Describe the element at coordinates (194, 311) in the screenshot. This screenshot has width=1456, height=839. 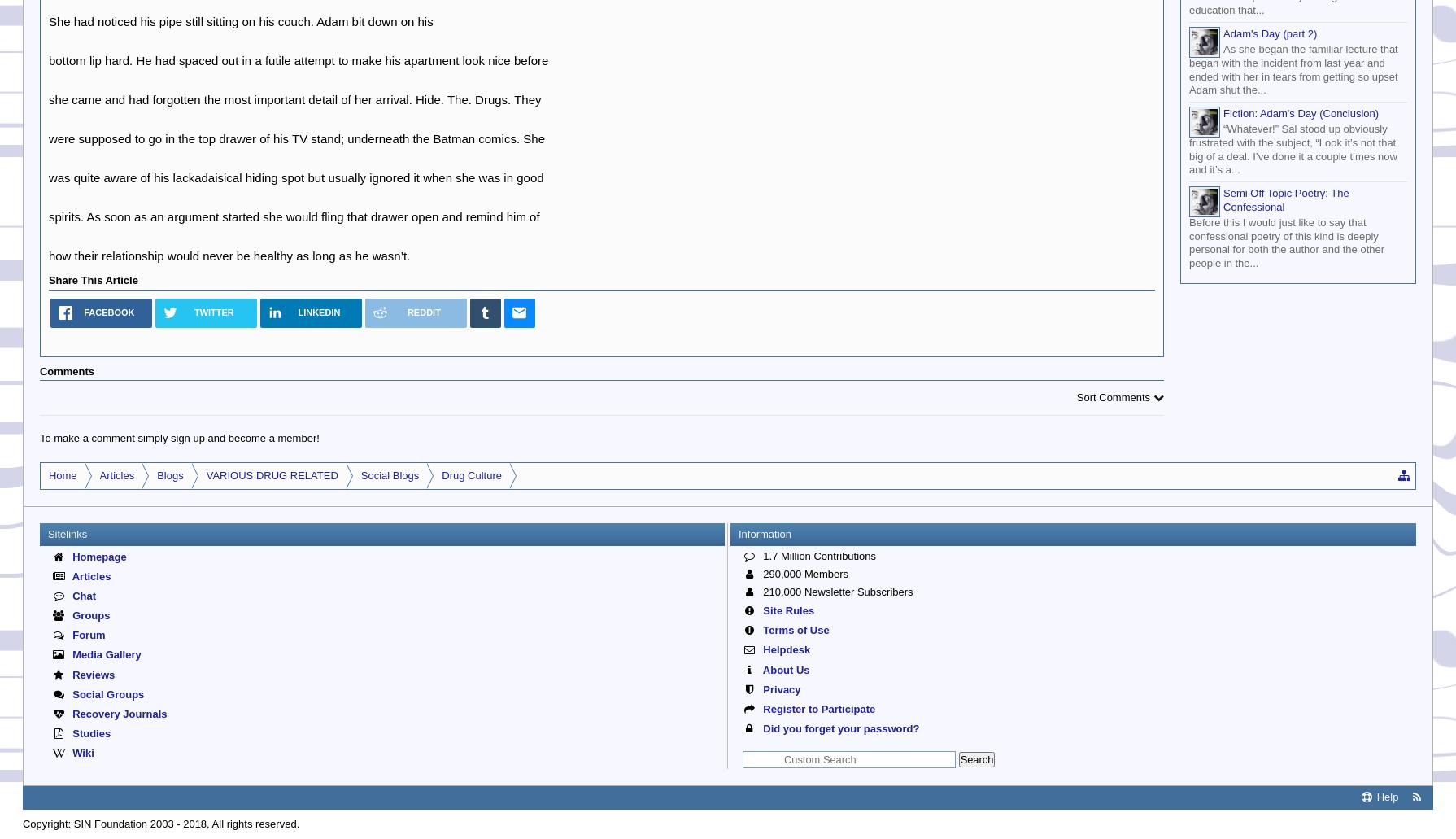
I see `'Twitter'` at that location.